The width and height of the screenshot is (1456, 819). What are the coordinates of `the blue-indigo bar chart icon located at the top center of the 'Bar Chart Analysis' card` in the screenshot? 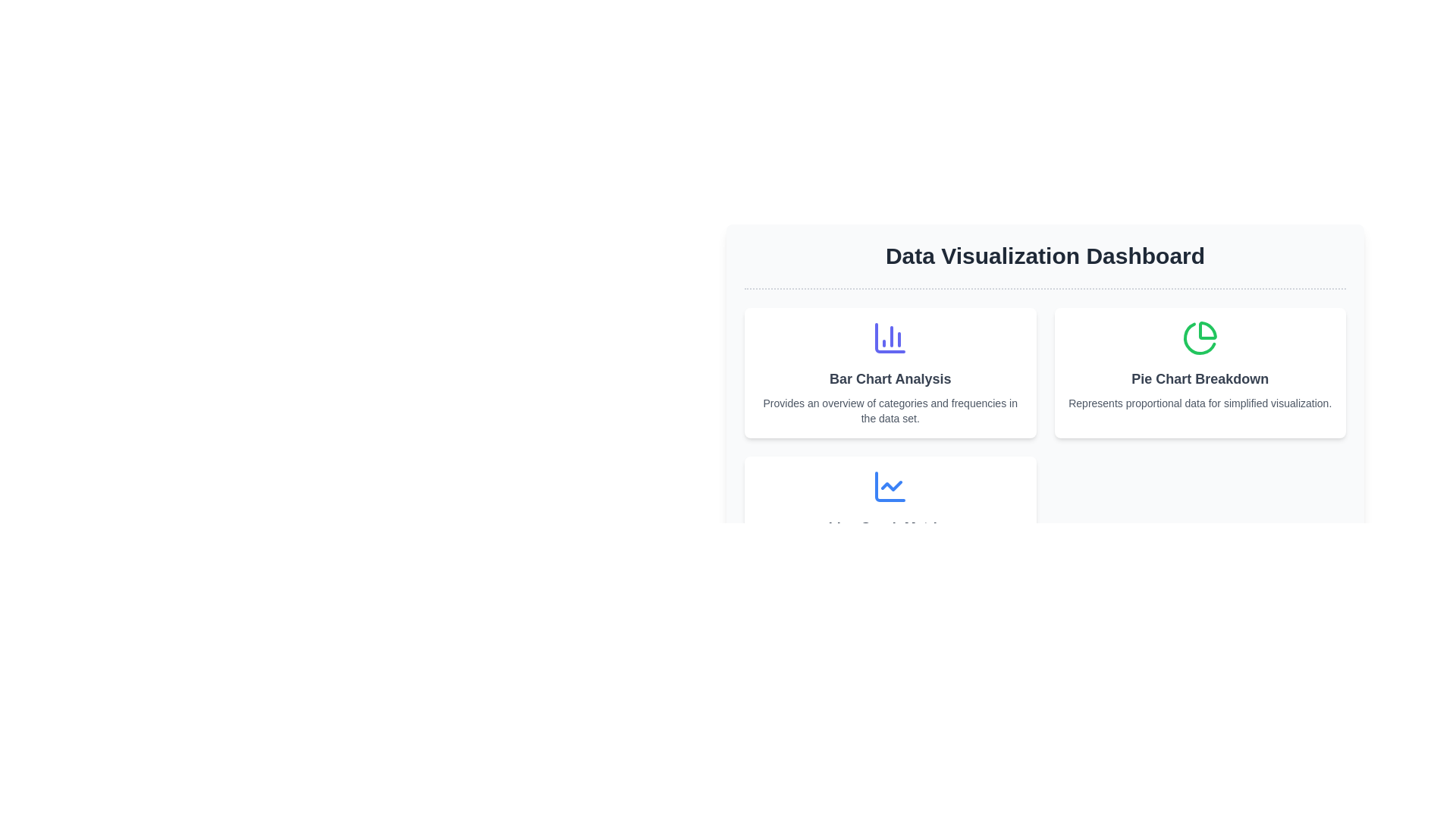 It's located at (890, 337).